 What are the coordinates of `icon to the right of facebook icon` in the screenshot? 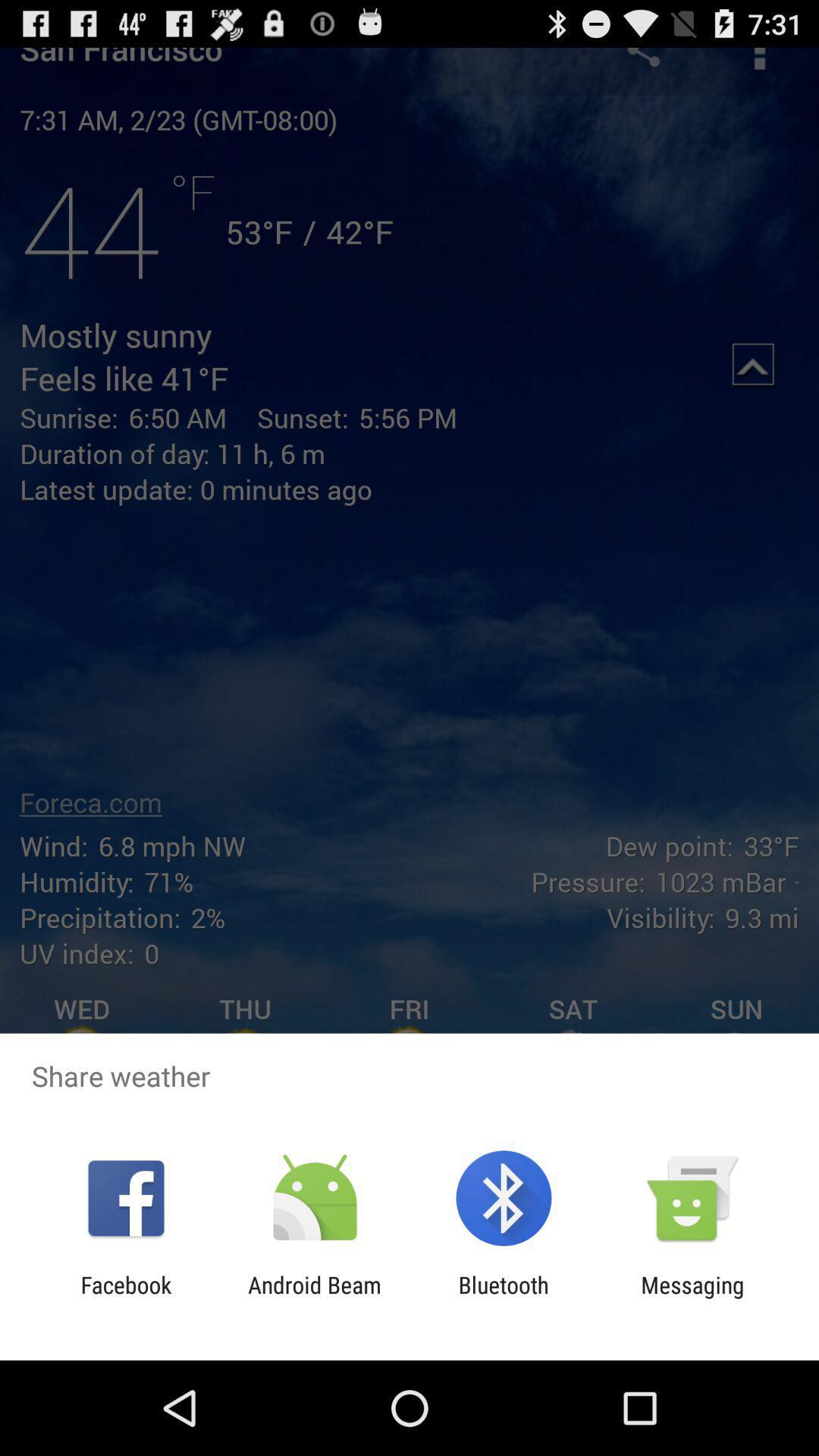 It's located at (314, 1298).